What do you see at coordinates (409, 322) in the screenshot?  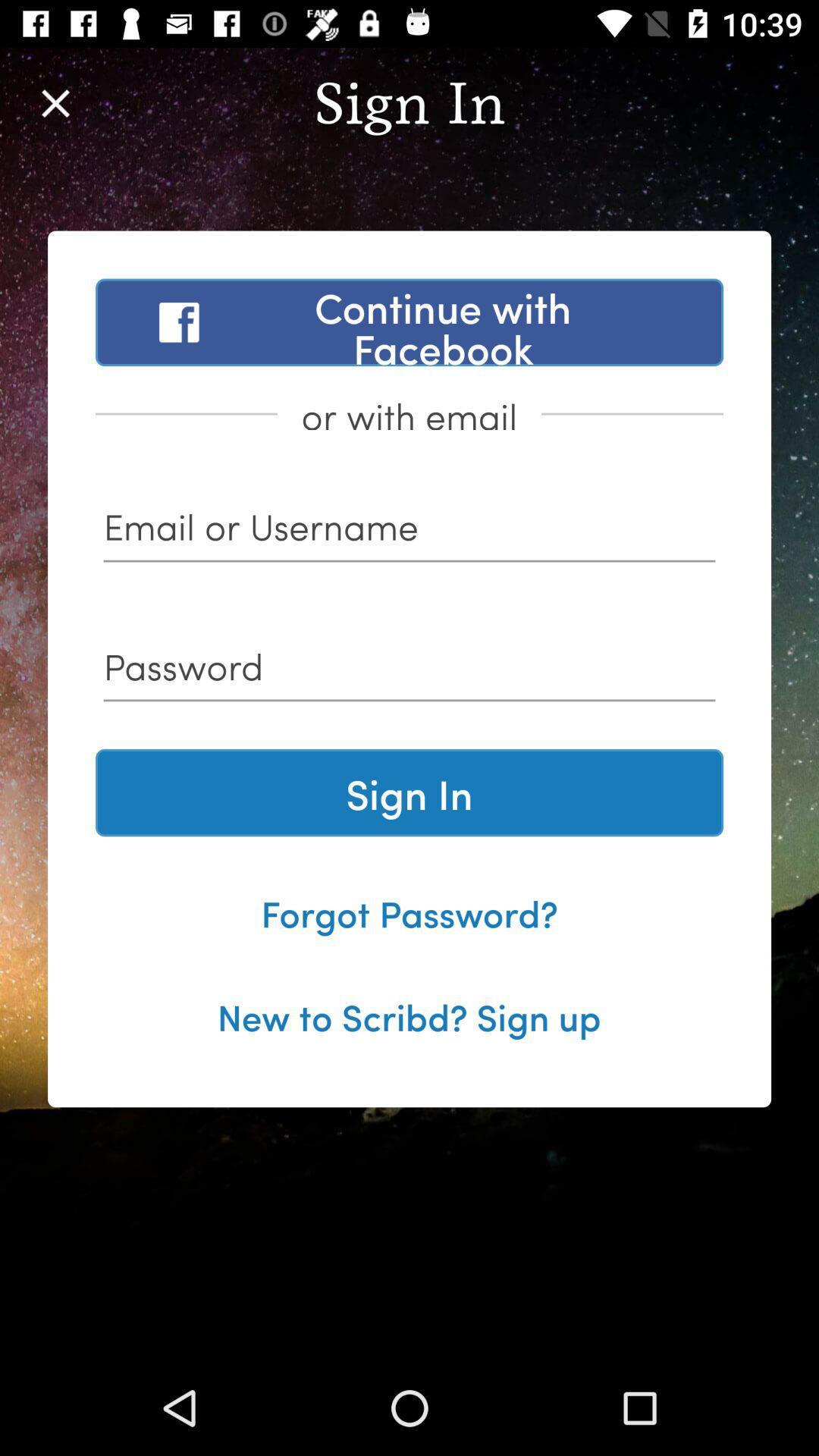 I see `the continue with facebook item` at bounding box center [409, 322].